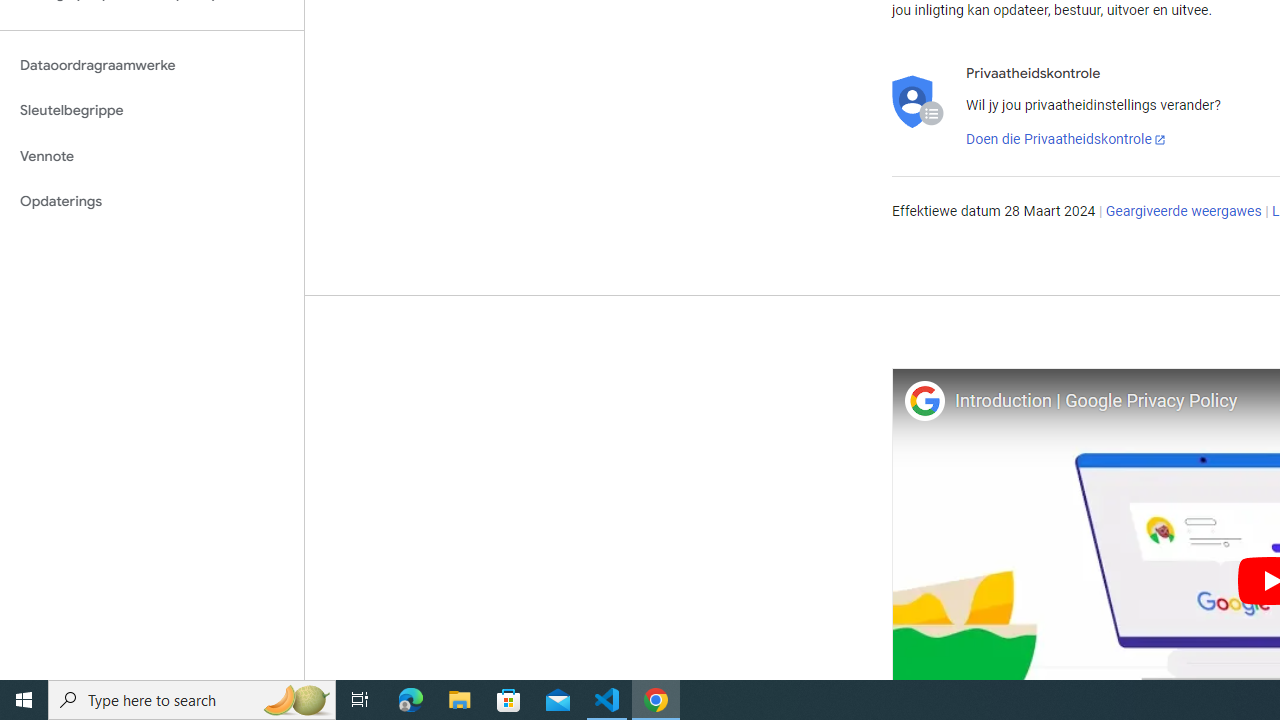 Image resolution: width=1280 pixels, height=720 pixels. Describe the element at coordinates (1065, 139) in the screenshot. I see `'Doen die Privaatheidskontrole'` at that location.